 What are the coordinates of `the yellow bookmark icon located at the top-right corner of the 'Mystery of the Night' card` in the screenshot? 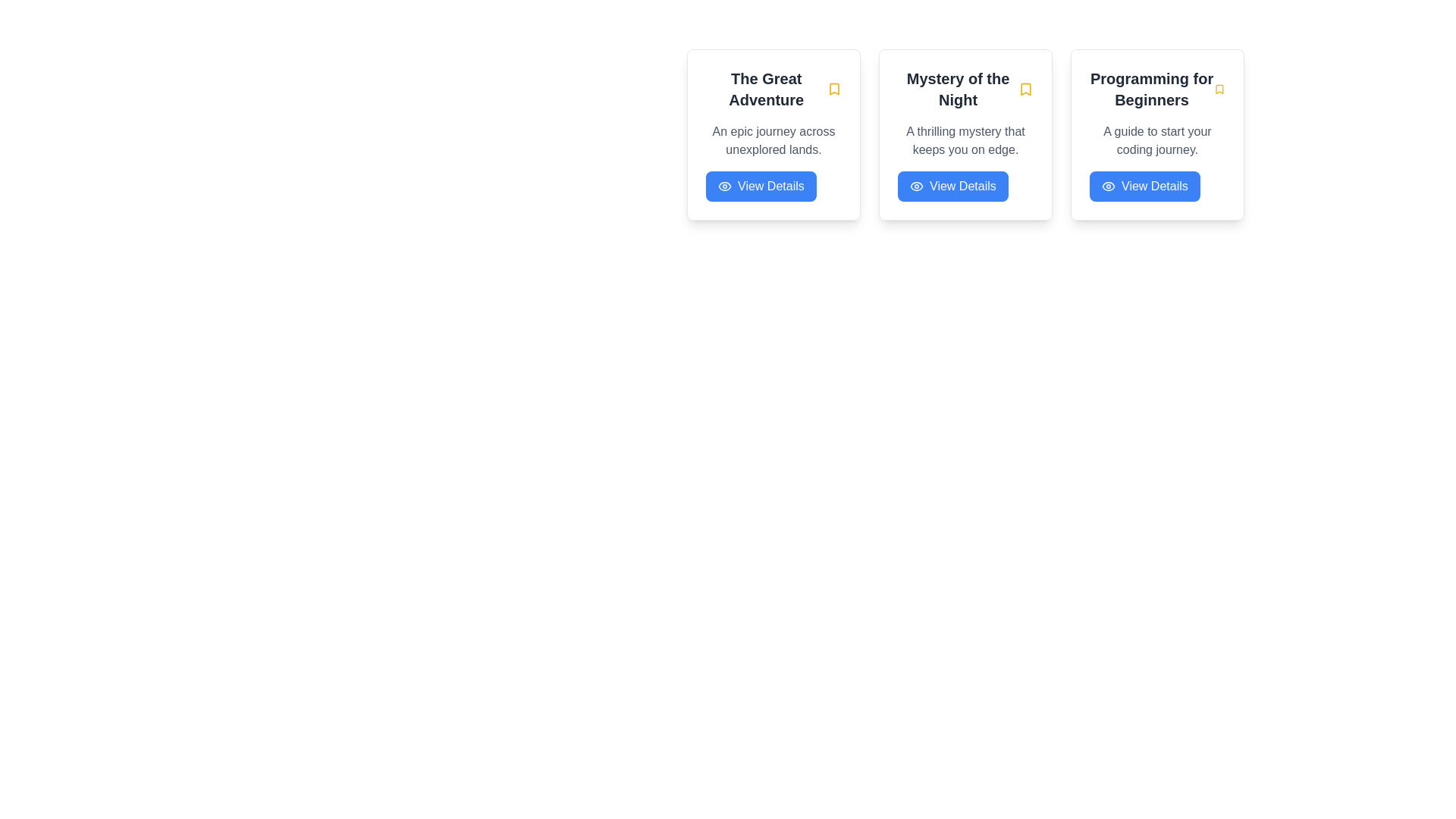 It's located at (1026, 89).